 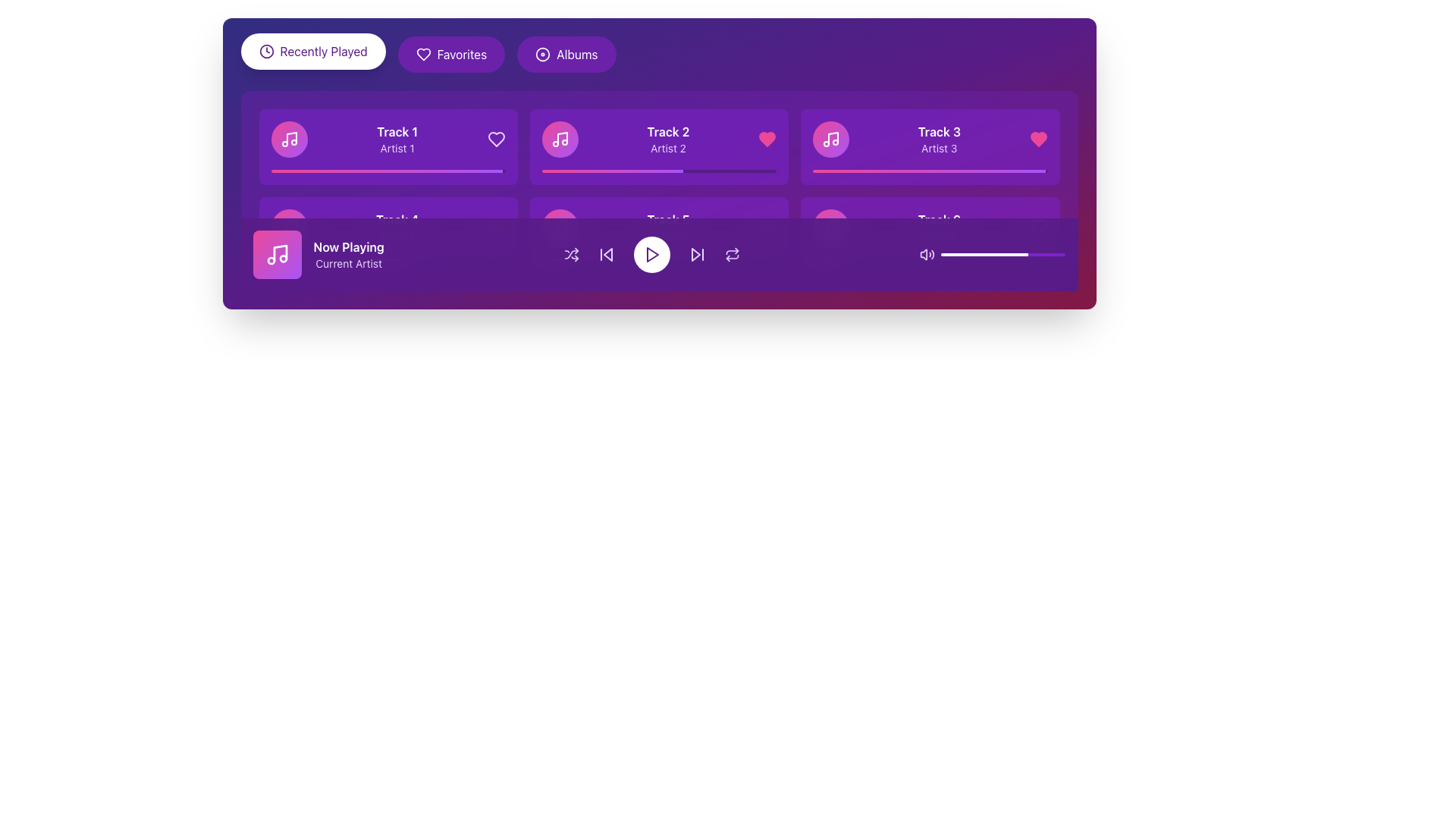 What do you see at coordinates (653, 253) in the screenshot?
I see `the triangular 'Play' icon located within the central circular media control button at the bottom of the interface to initiate media playback` at bounding box center [653, 253].